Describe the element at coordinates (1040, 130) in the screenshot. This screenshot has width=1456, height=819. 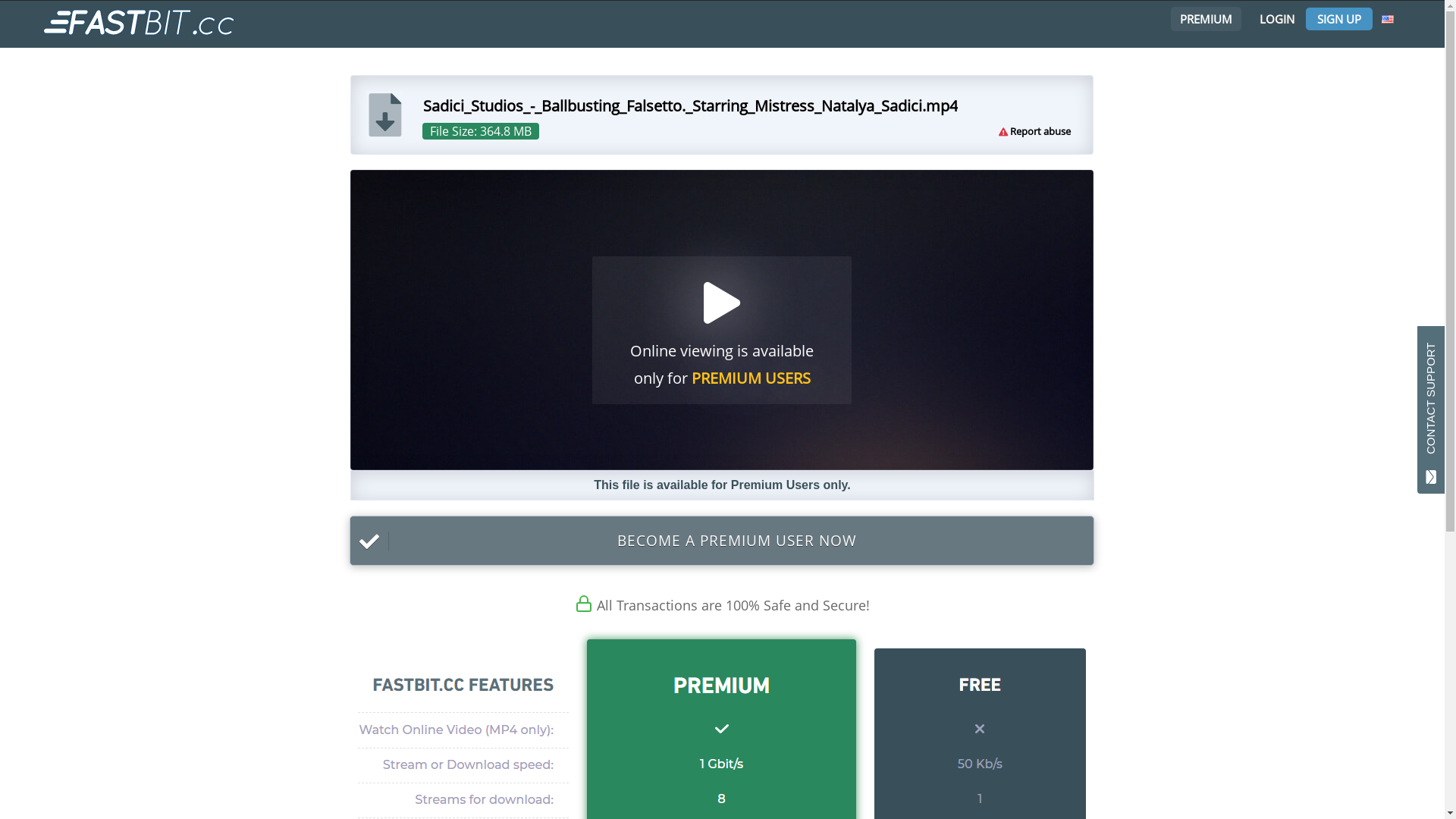
I see `'Report abuse'` at that location.